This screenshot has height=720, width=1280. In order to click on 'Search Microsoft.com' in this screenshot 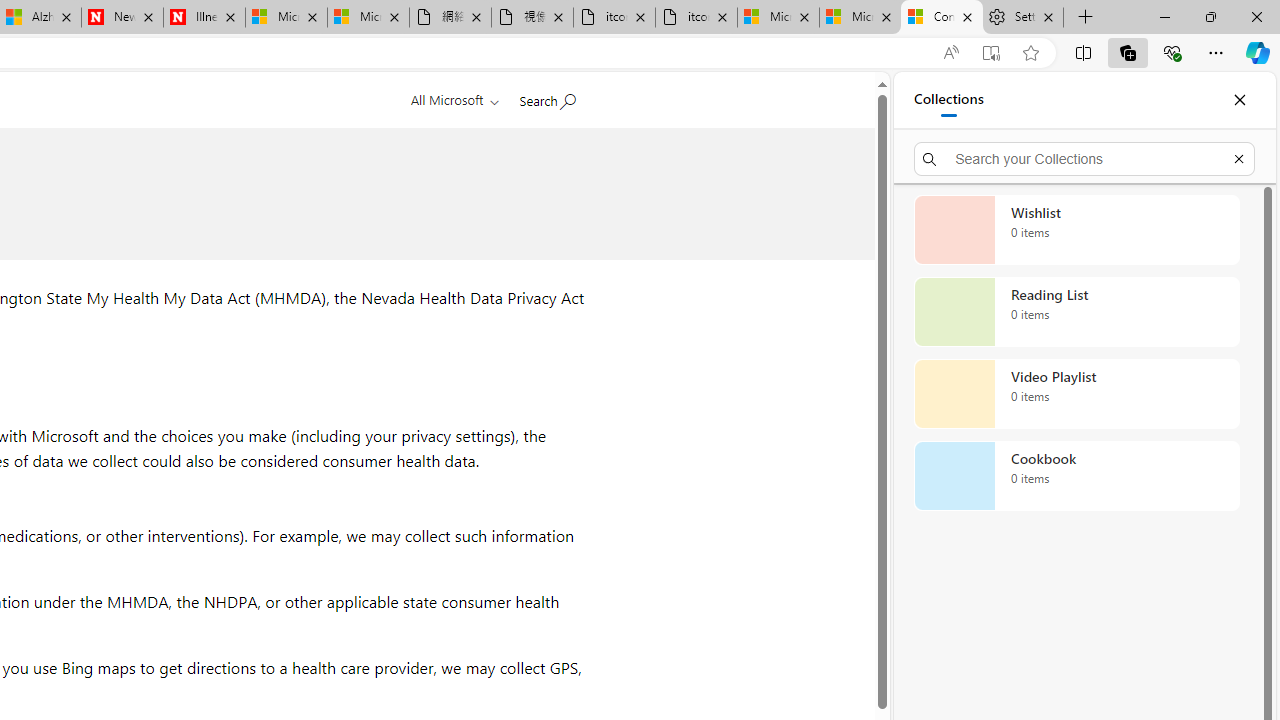, I will do `click(547, 97)`.